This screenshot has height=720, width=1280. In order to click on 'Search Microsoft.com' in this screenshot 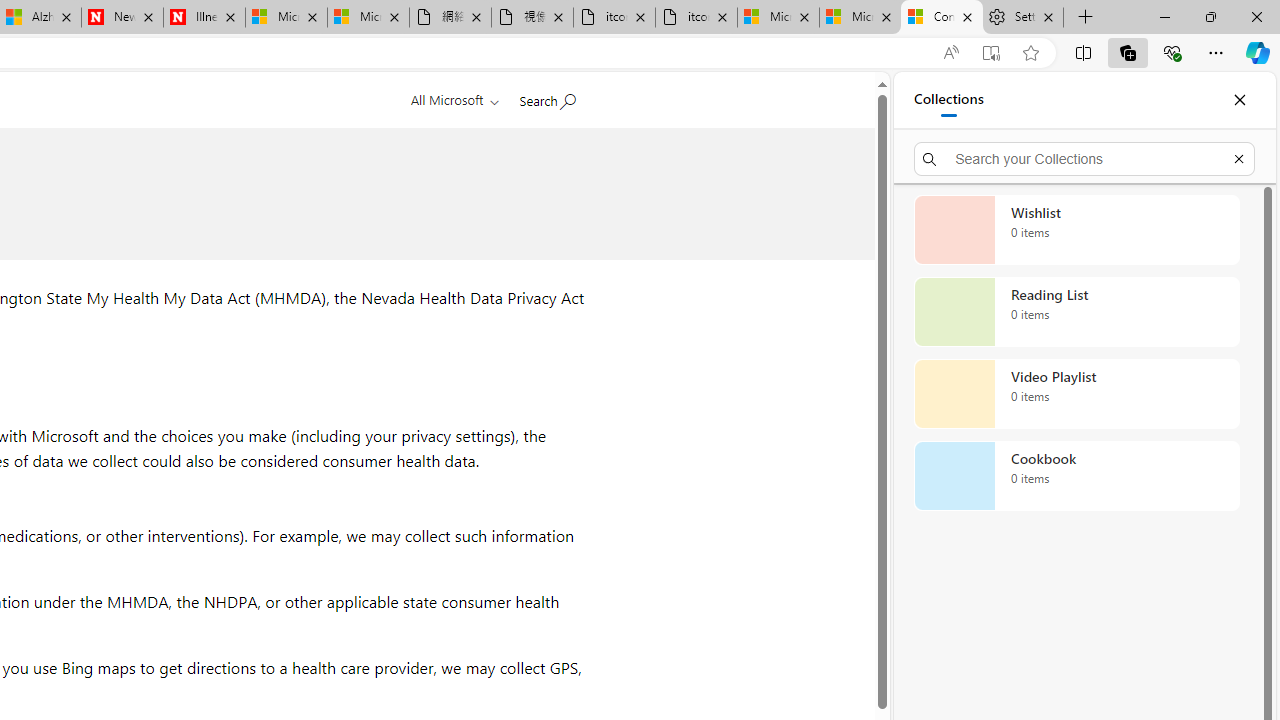, I will do `click(547, 97)`.